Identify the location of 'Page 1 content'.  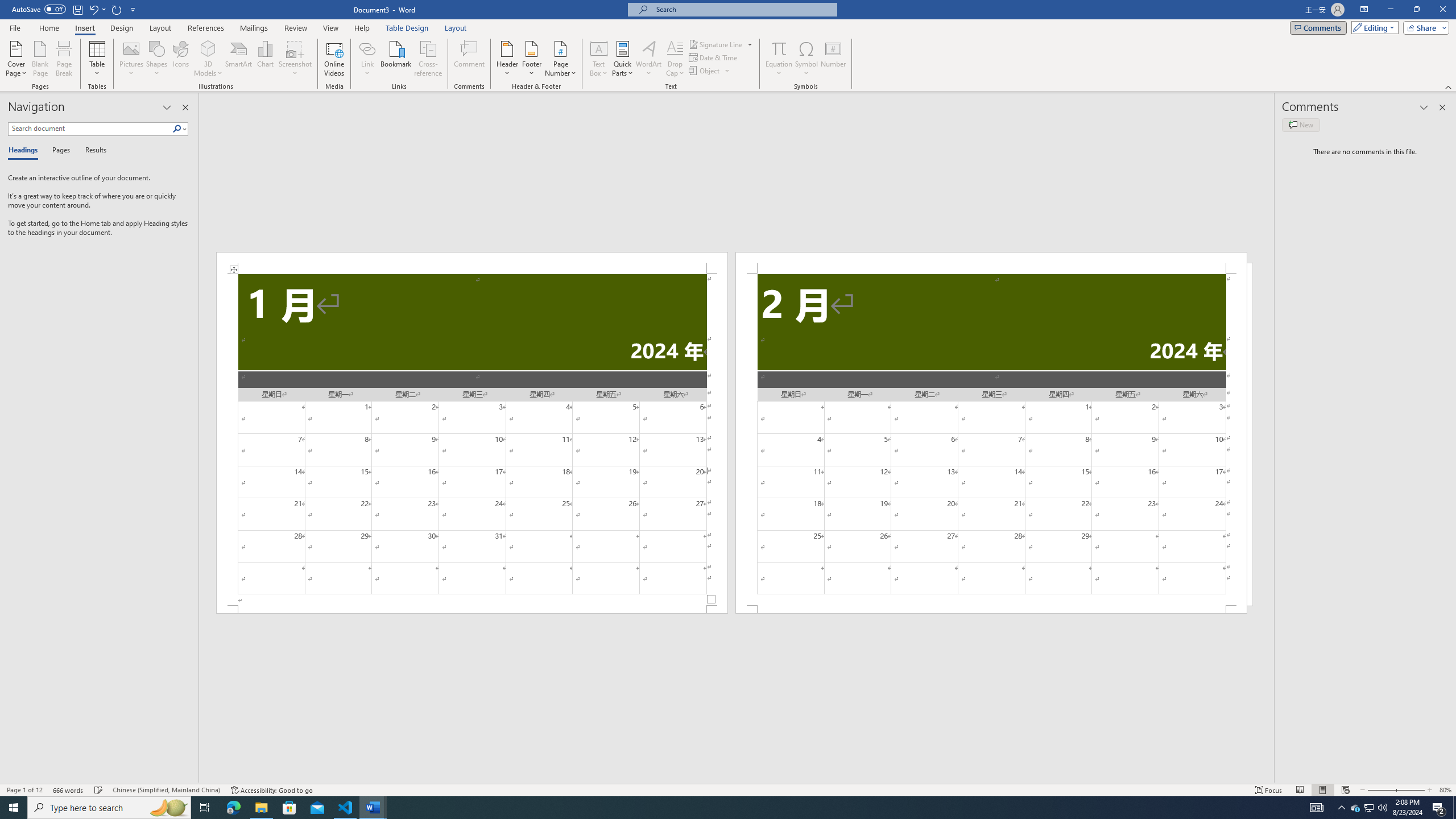
(471, 440).